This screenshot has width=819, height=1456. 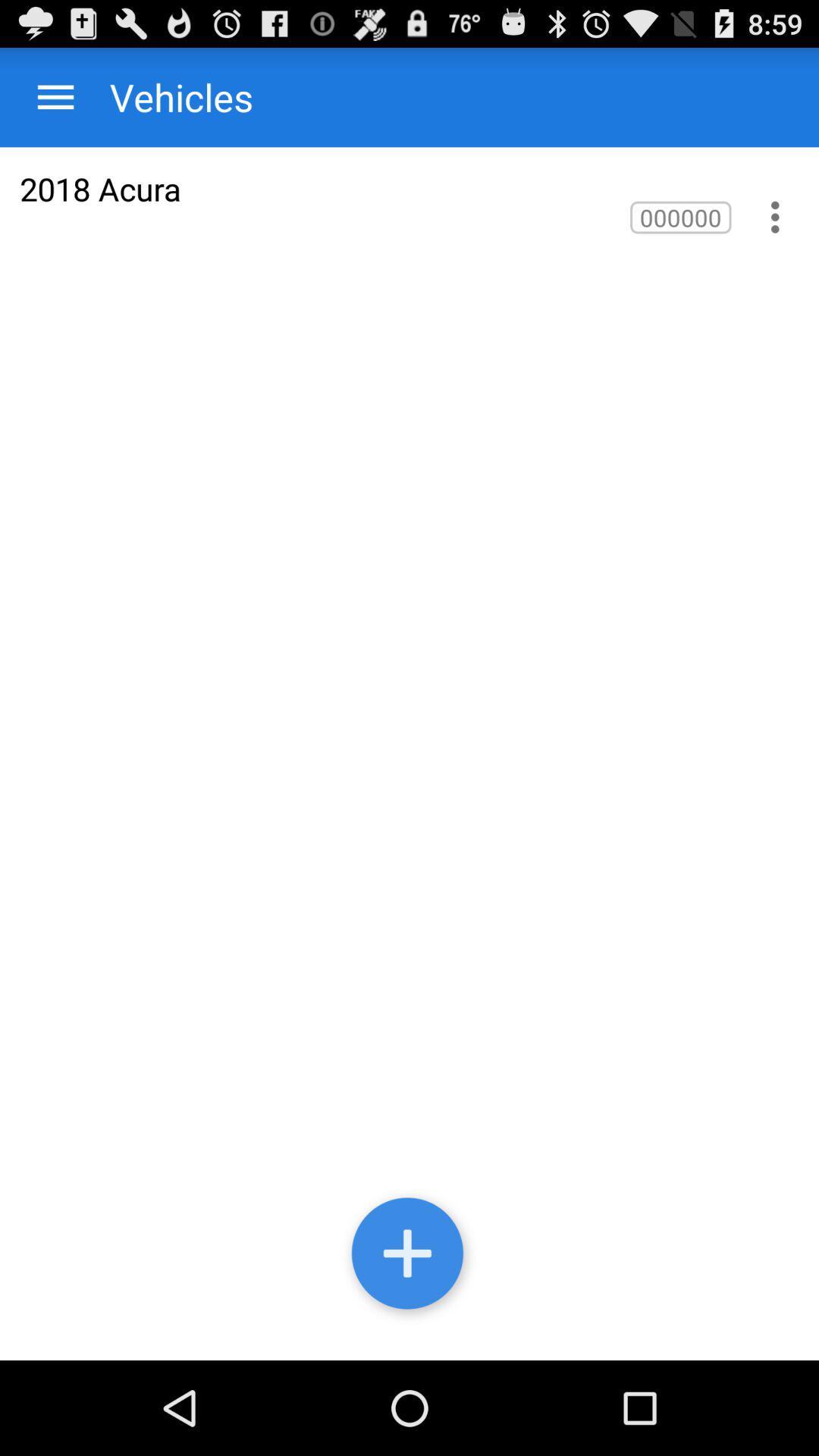 What do you see at coordinates (166, 96) in the screenshot?
I see `vehicles item` at bounding box center [166, 96].